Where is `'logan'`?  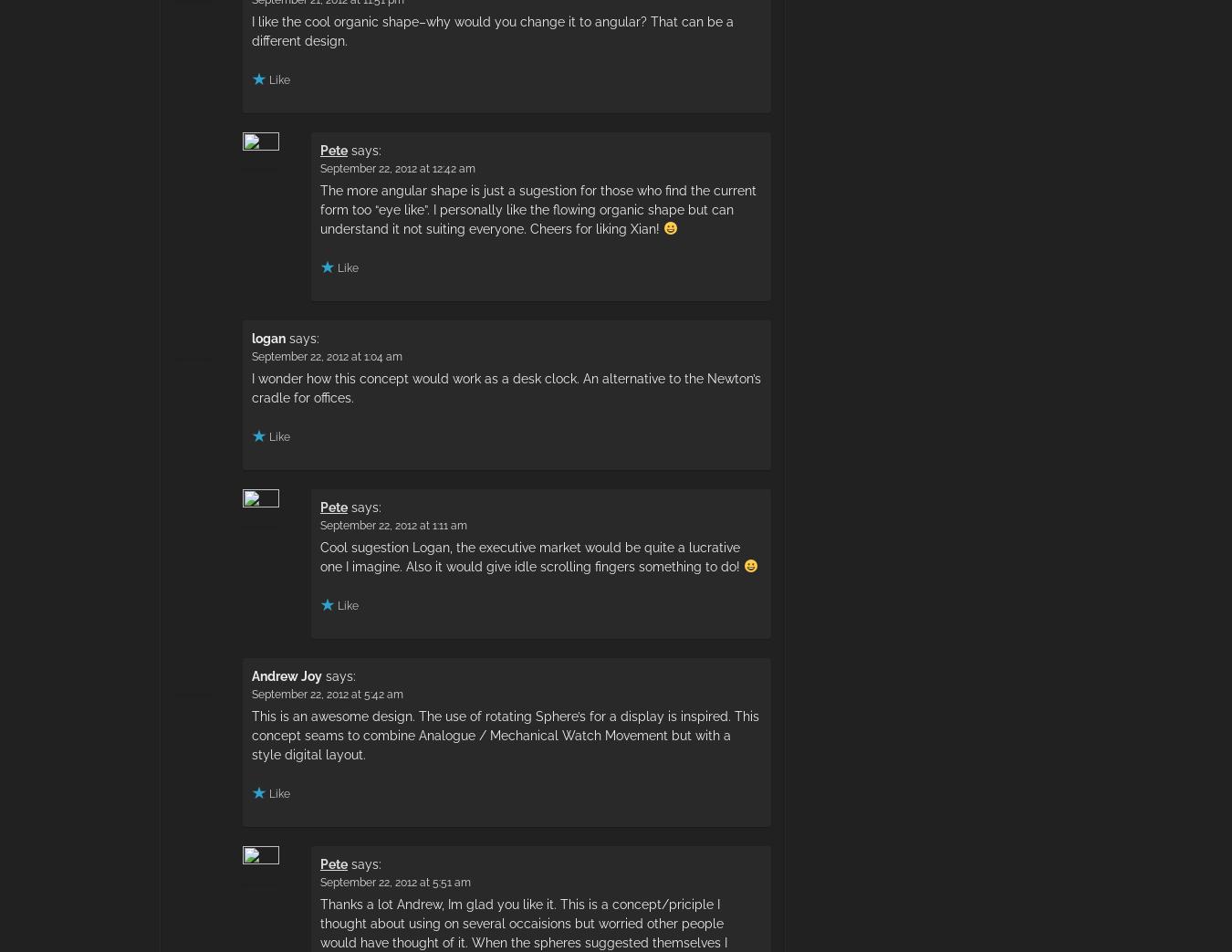
'logan' is located at coordinates (267, 336).